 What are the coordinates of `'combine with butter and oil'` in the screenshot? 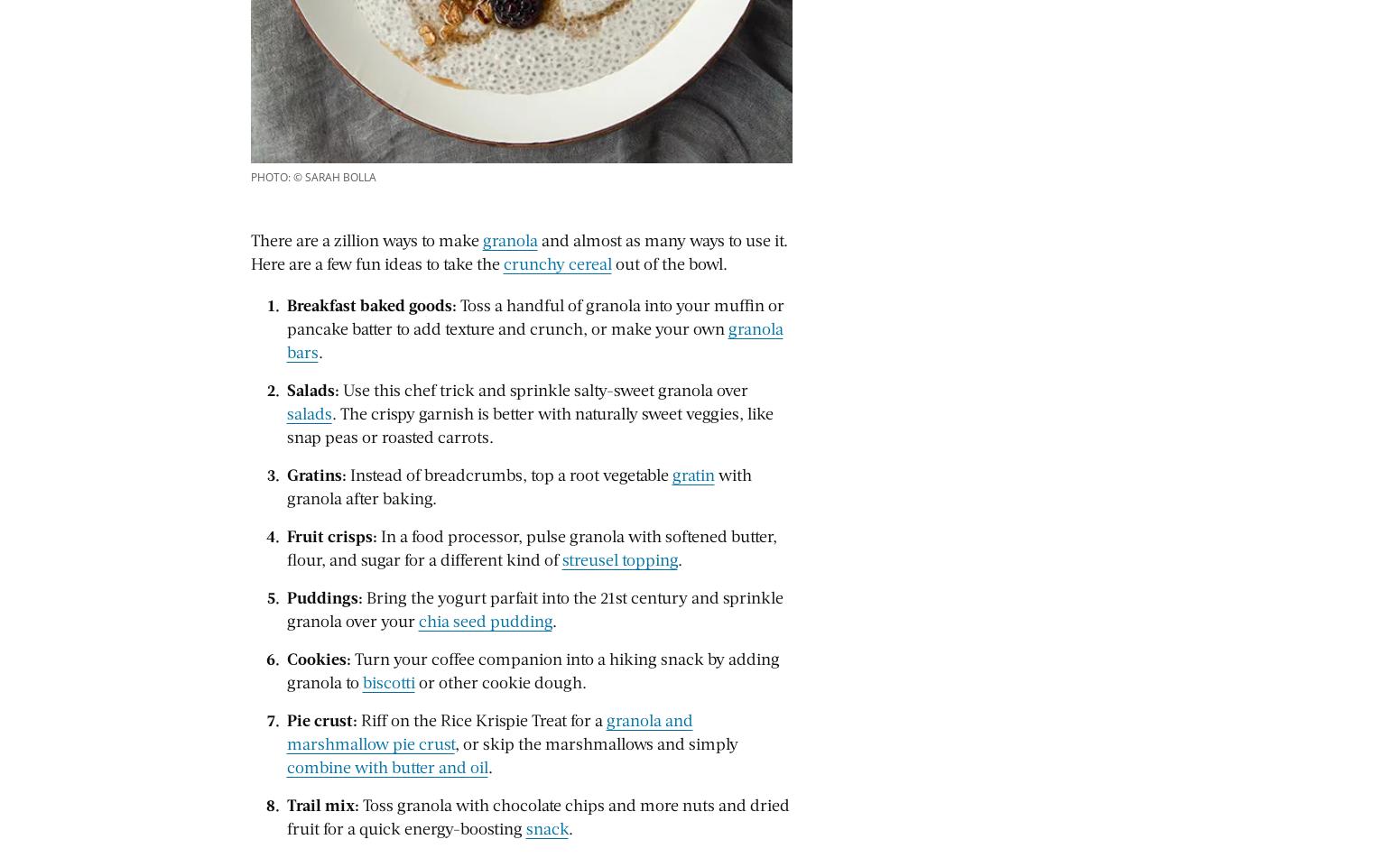 It's located at (385, 766).